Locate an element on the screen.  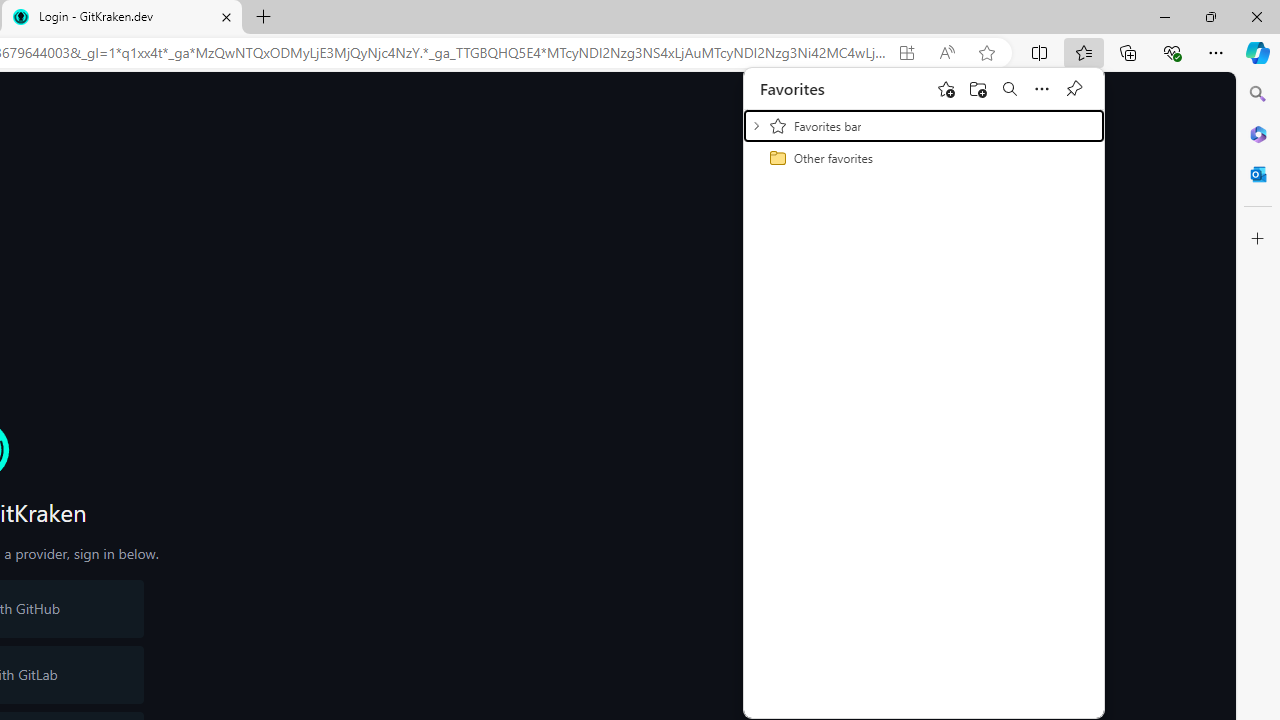
'Search favorites' is located at coordinates (1009, 87).